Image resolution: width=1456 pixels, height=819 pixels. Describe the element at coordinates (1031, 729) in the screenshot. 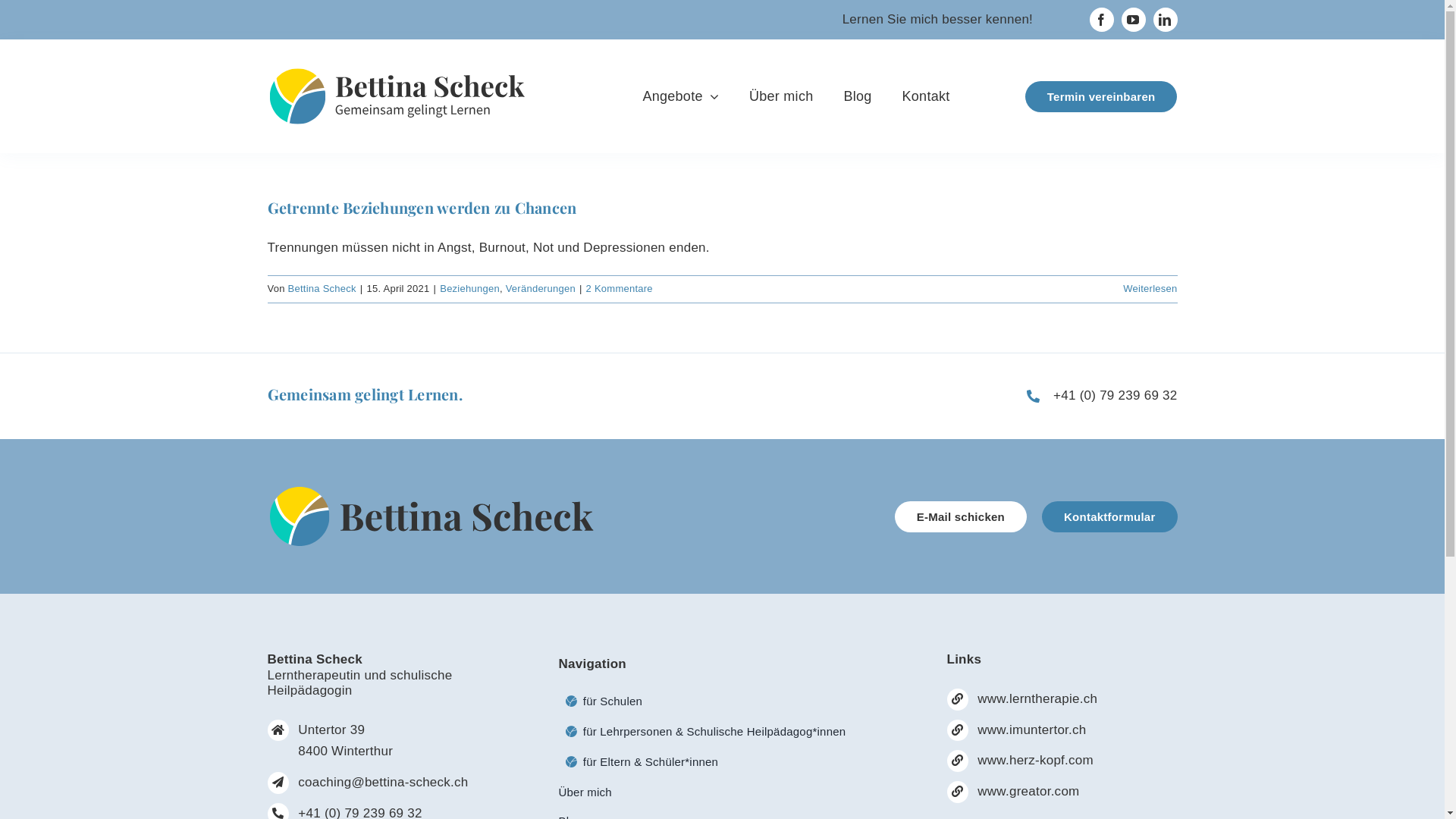

I see `'www.imuntertor.ch'` at that location.